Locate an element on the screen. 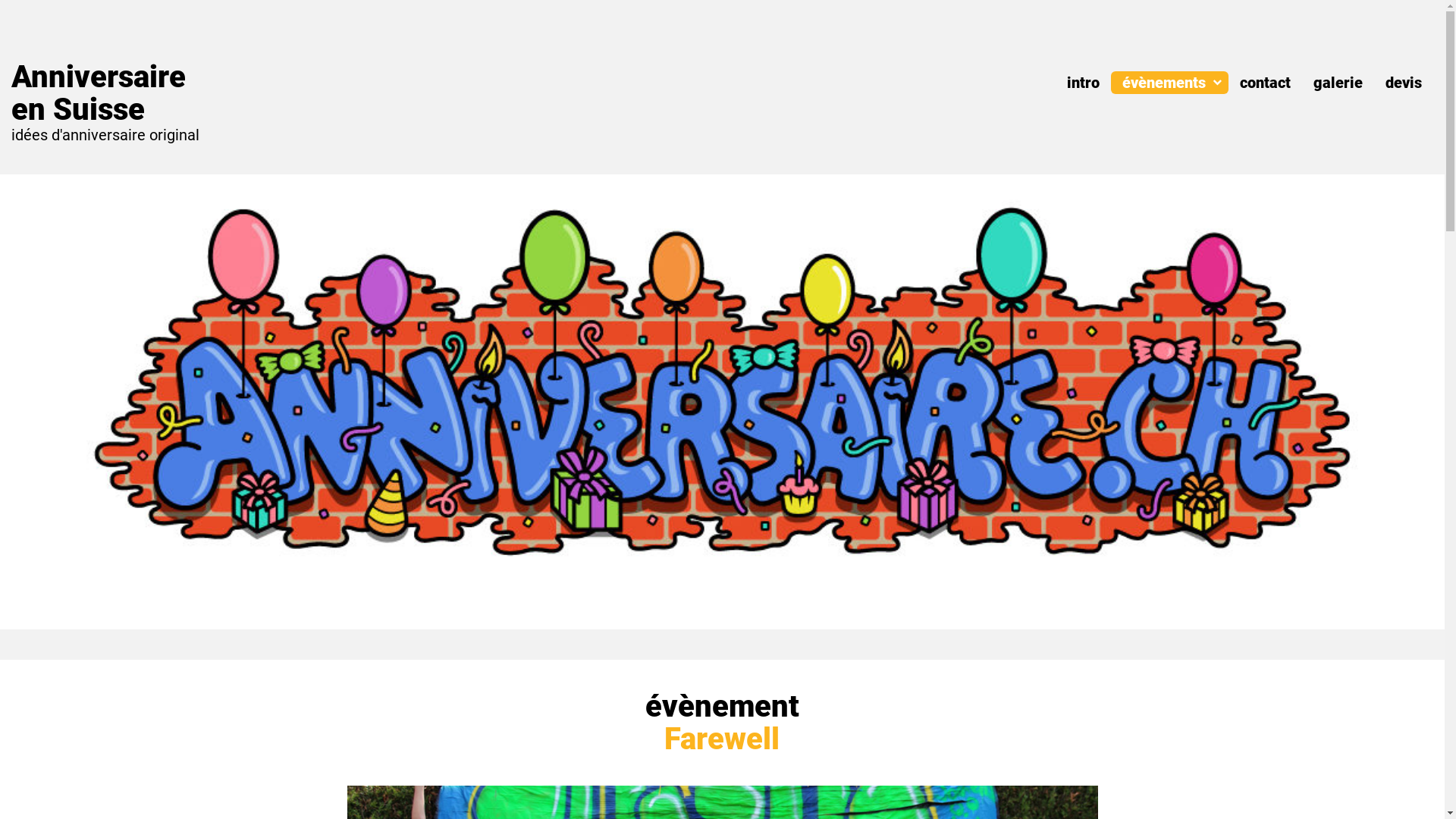  'galerie' is located at coordinates (1313, 82).